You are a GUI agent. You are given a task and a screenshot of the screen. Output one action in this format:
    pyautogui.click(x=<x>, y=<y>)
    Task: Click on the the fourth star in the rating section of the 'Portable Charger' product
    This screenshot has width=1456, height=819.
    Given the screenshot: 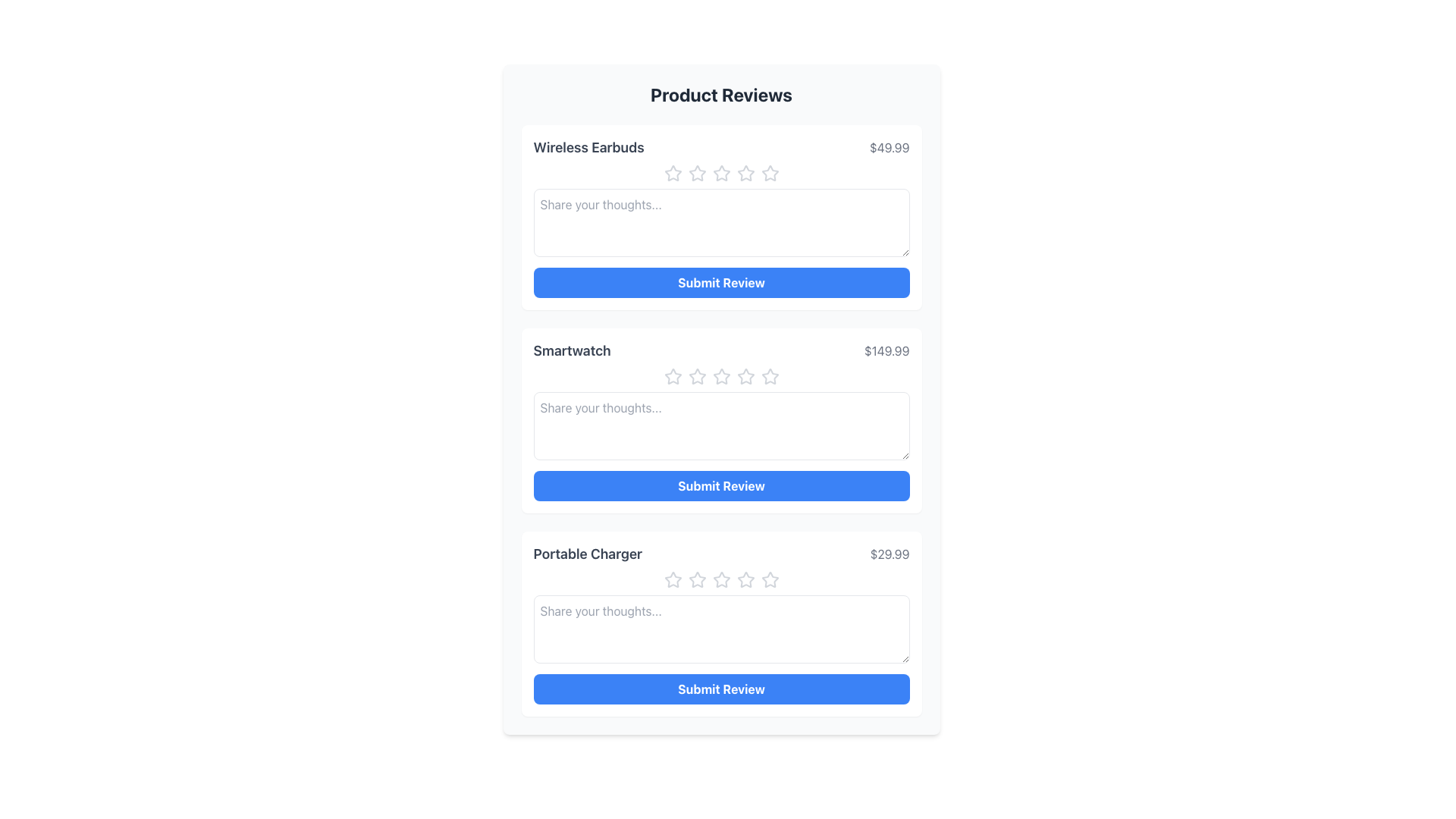 What is the action you would take?
    pyautogui.click(x=745, y=579)
    